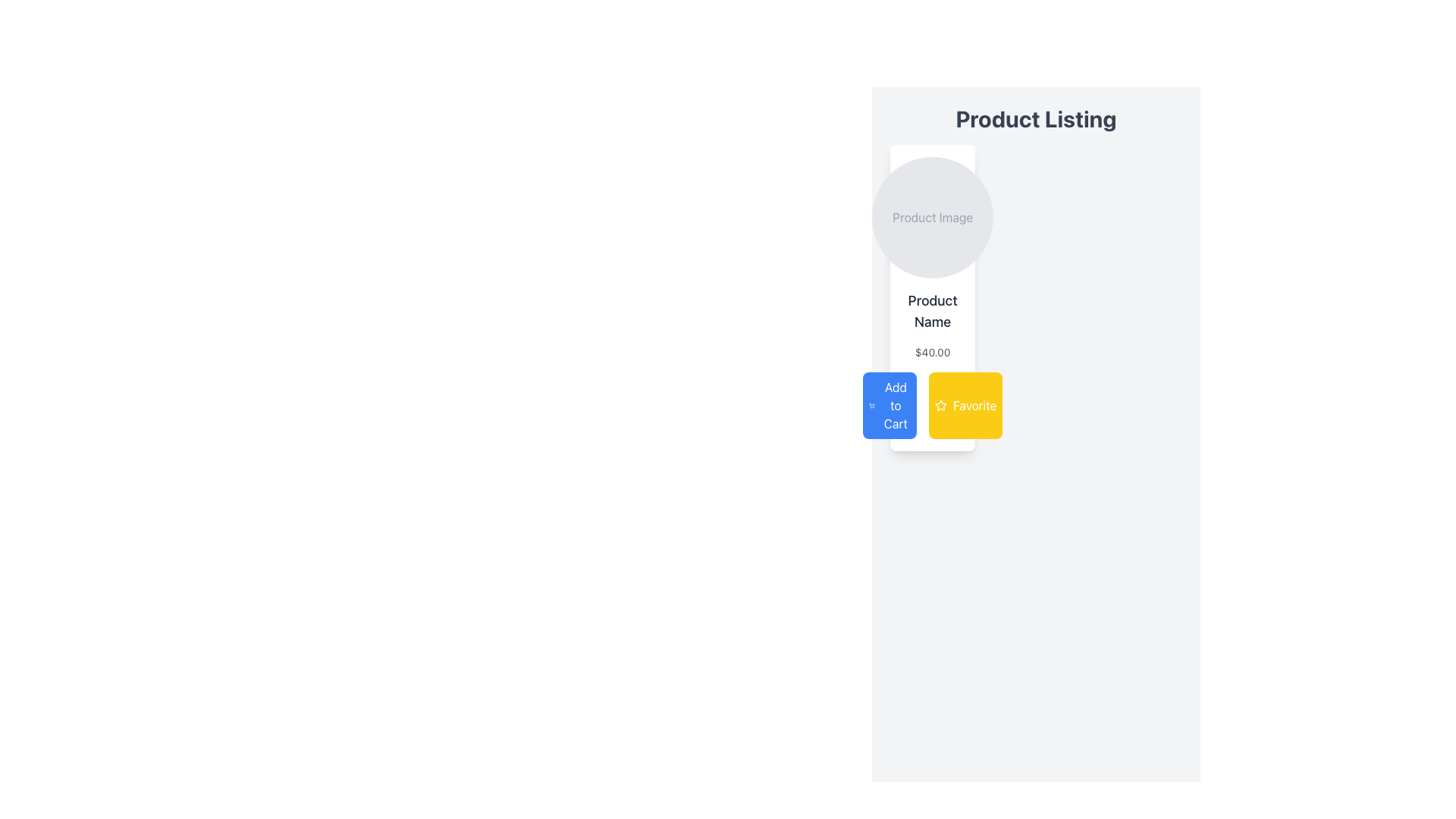 This screenshot has width=1456, height=819. Describe the element at coordinates (890, 405) in the screenshot. I see `the blue 'Add to Cart' button with white text and a shopping cart icon` at that location.